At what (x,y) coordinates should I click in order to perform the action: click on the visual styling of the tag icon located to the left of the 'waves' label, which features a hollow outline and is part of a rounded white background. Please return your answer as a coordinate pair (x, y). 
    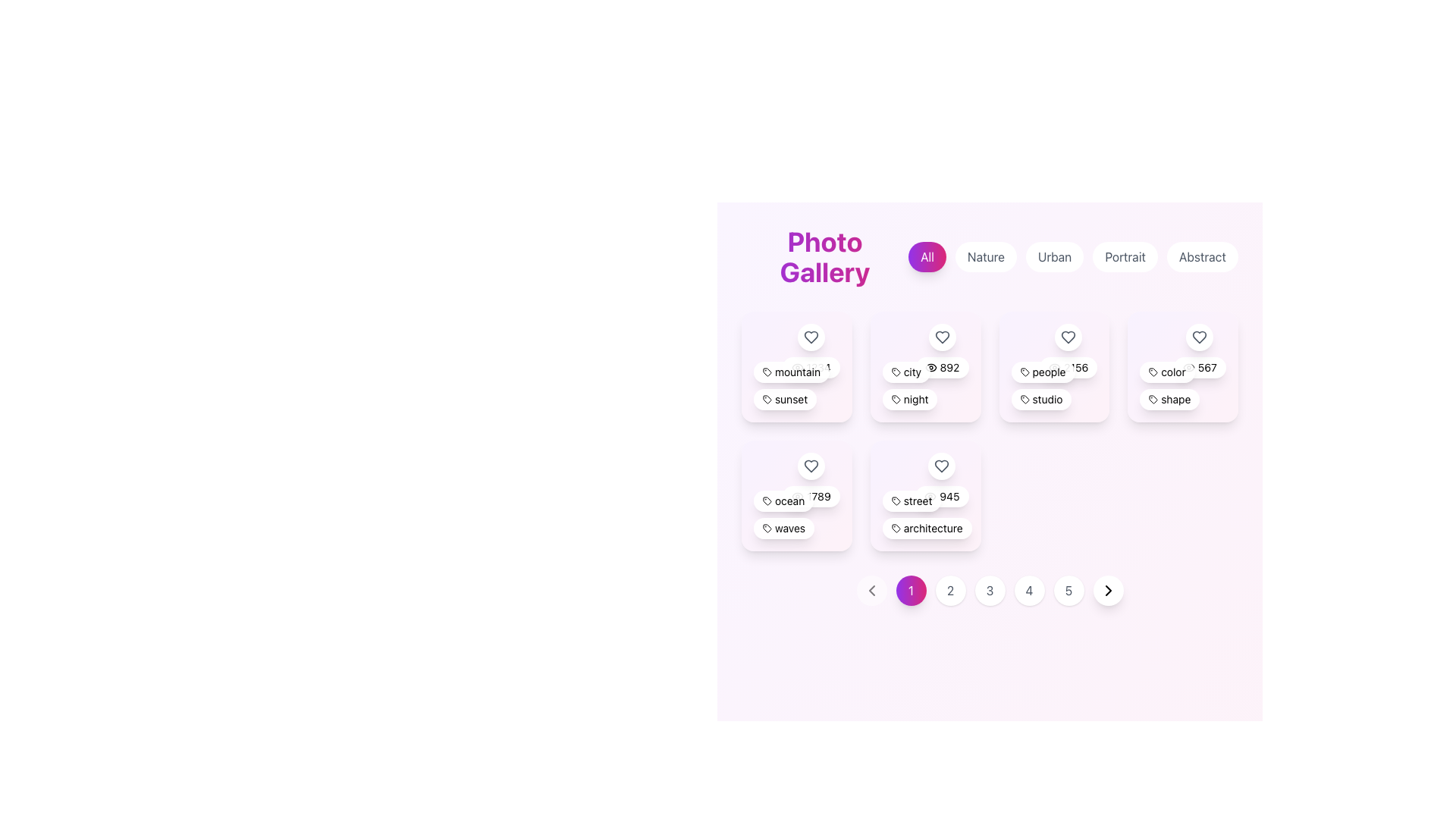
    Looking at the image, I should click on (767, 527).